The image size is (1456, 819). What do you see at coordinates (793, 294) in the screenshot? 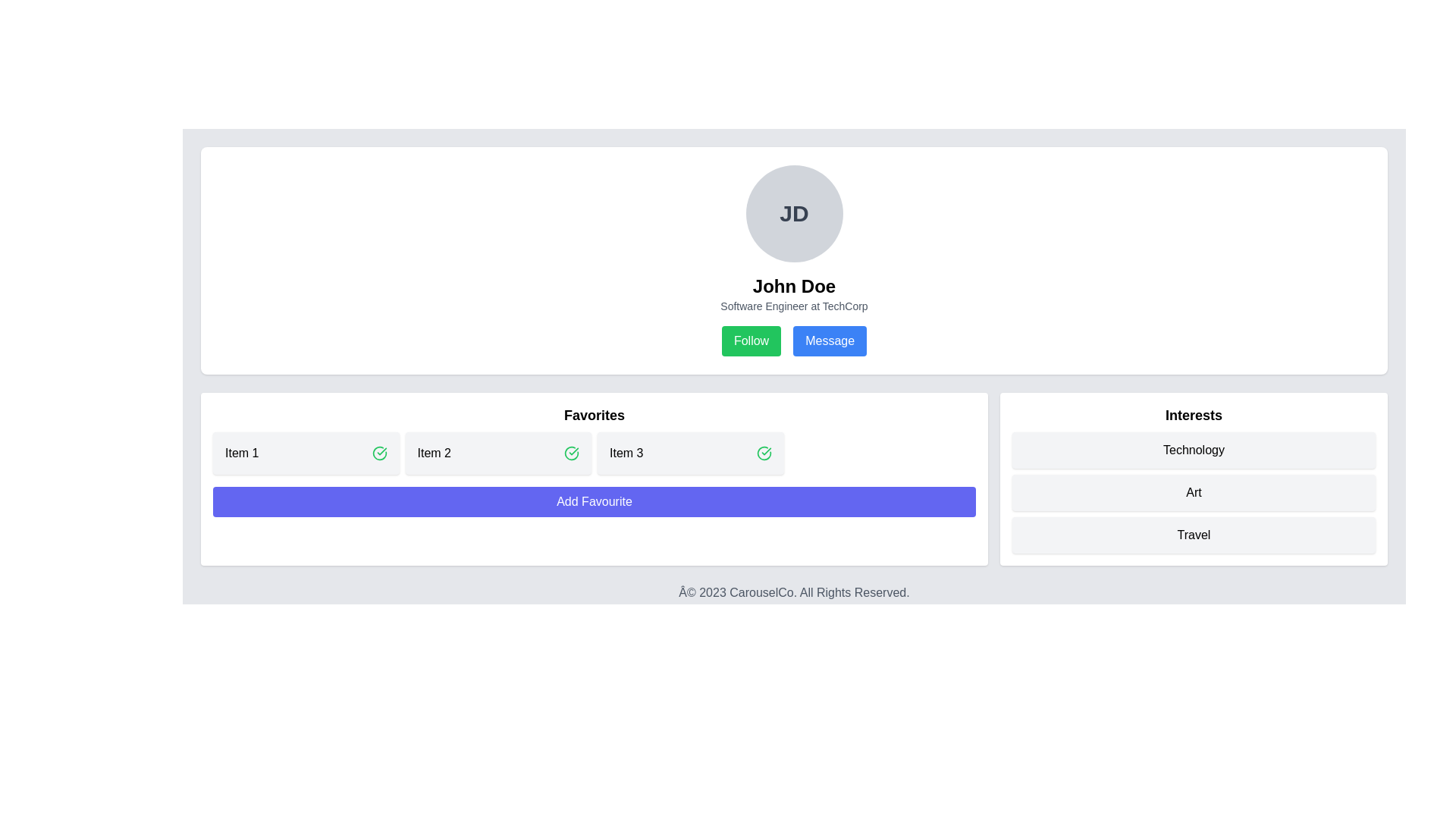
I see `the text block containing the name 'John Doe' and the description 'Software Engineer at TechCorp', which is positioned below the avatar labeled 'JD'` at bounding box center [793, 294].